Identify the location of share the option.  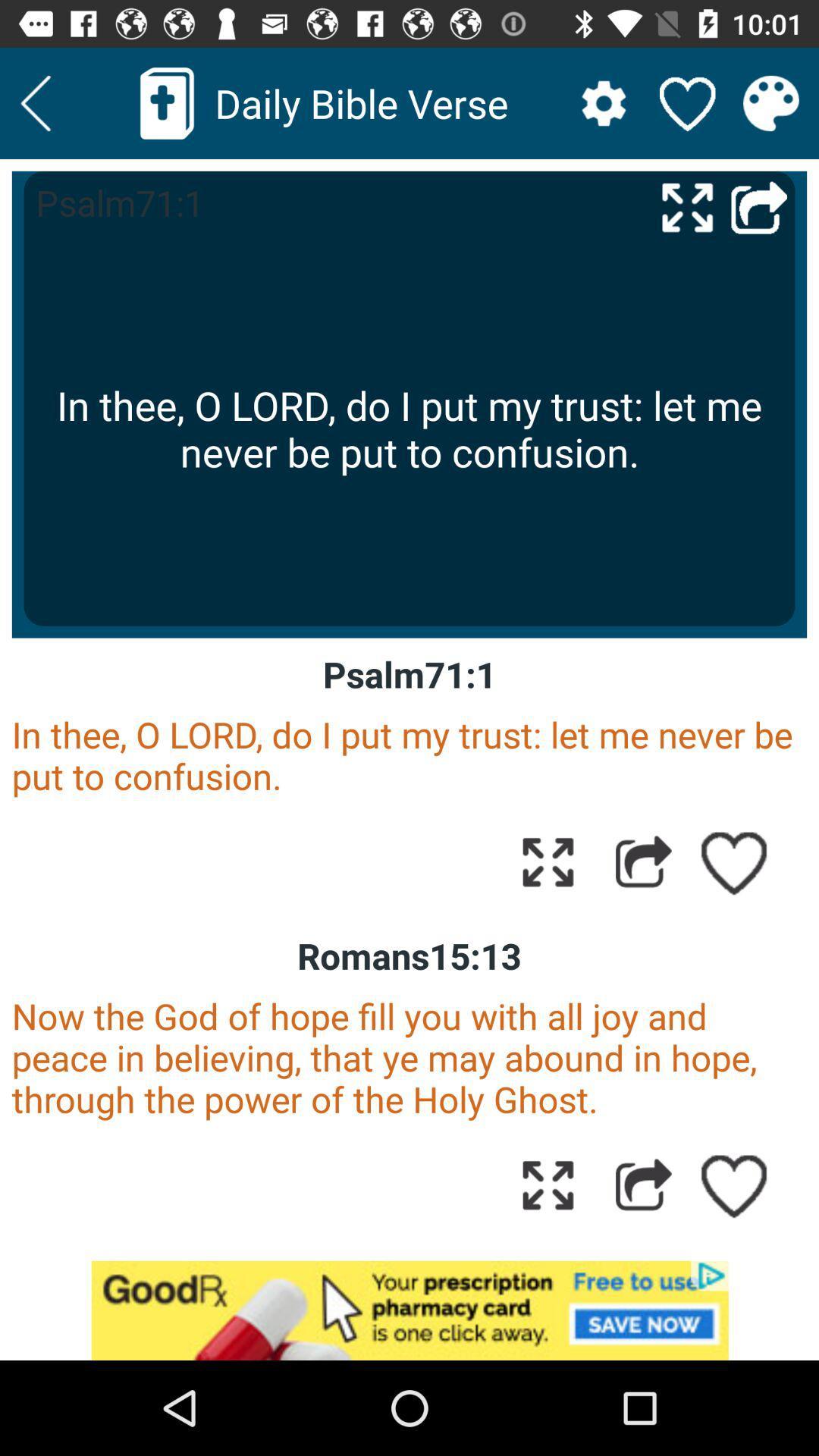
(643, 1184).